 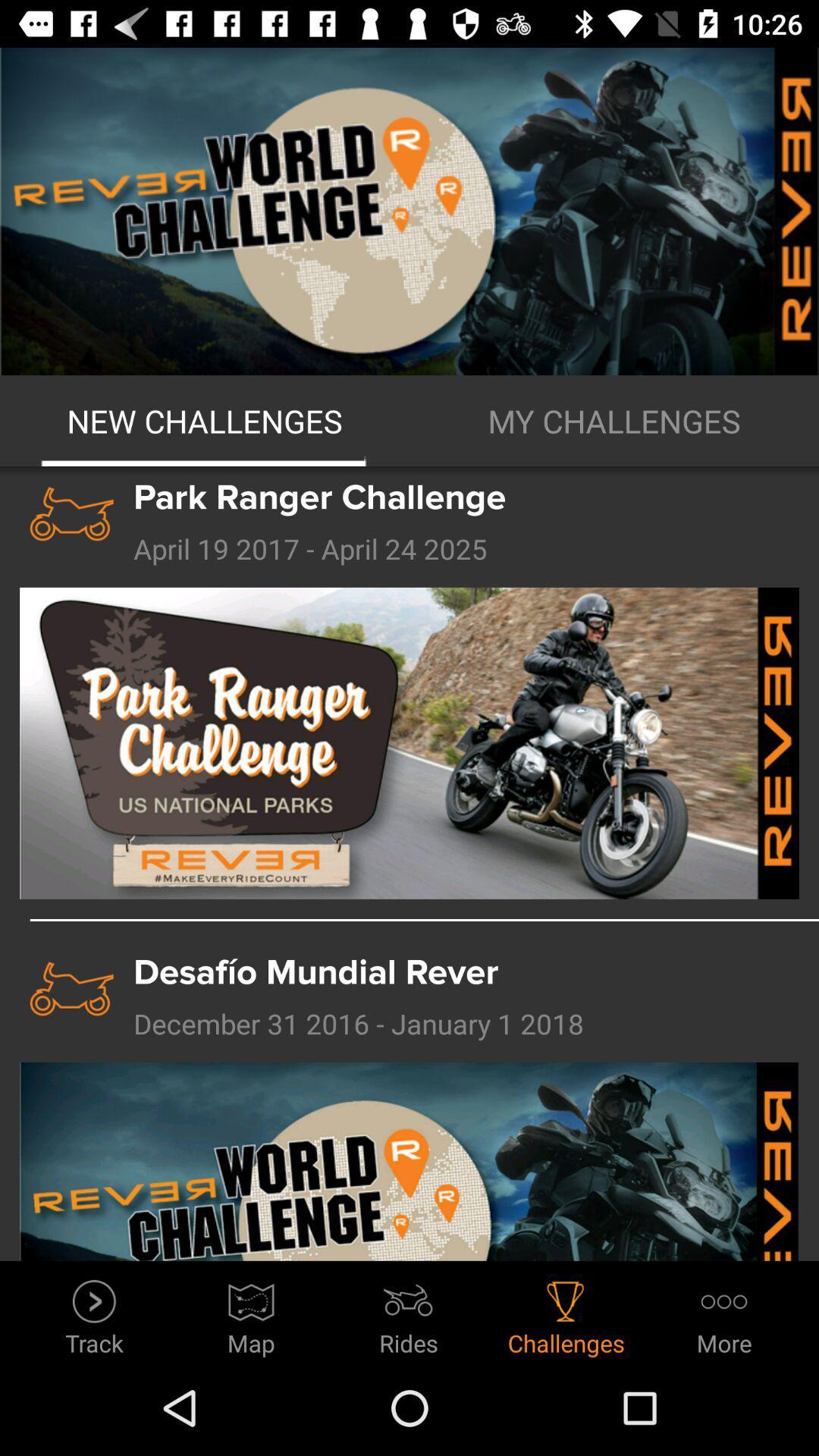 I want to click on the icon next to the new challenges icon, so click(x=614, y=421).